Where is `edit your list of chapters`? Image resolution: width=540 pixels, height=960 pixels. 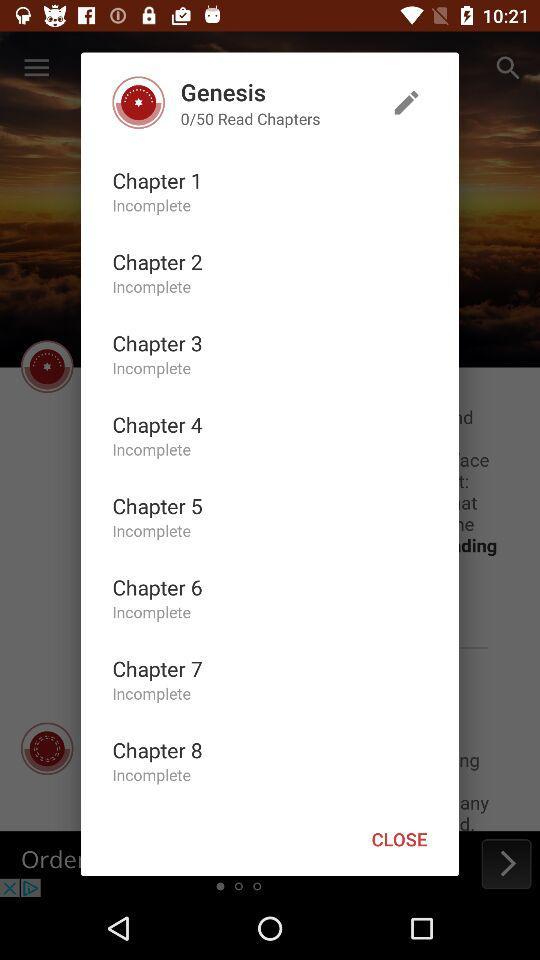
edit your list of chapters is located at coordinates (405, 102).